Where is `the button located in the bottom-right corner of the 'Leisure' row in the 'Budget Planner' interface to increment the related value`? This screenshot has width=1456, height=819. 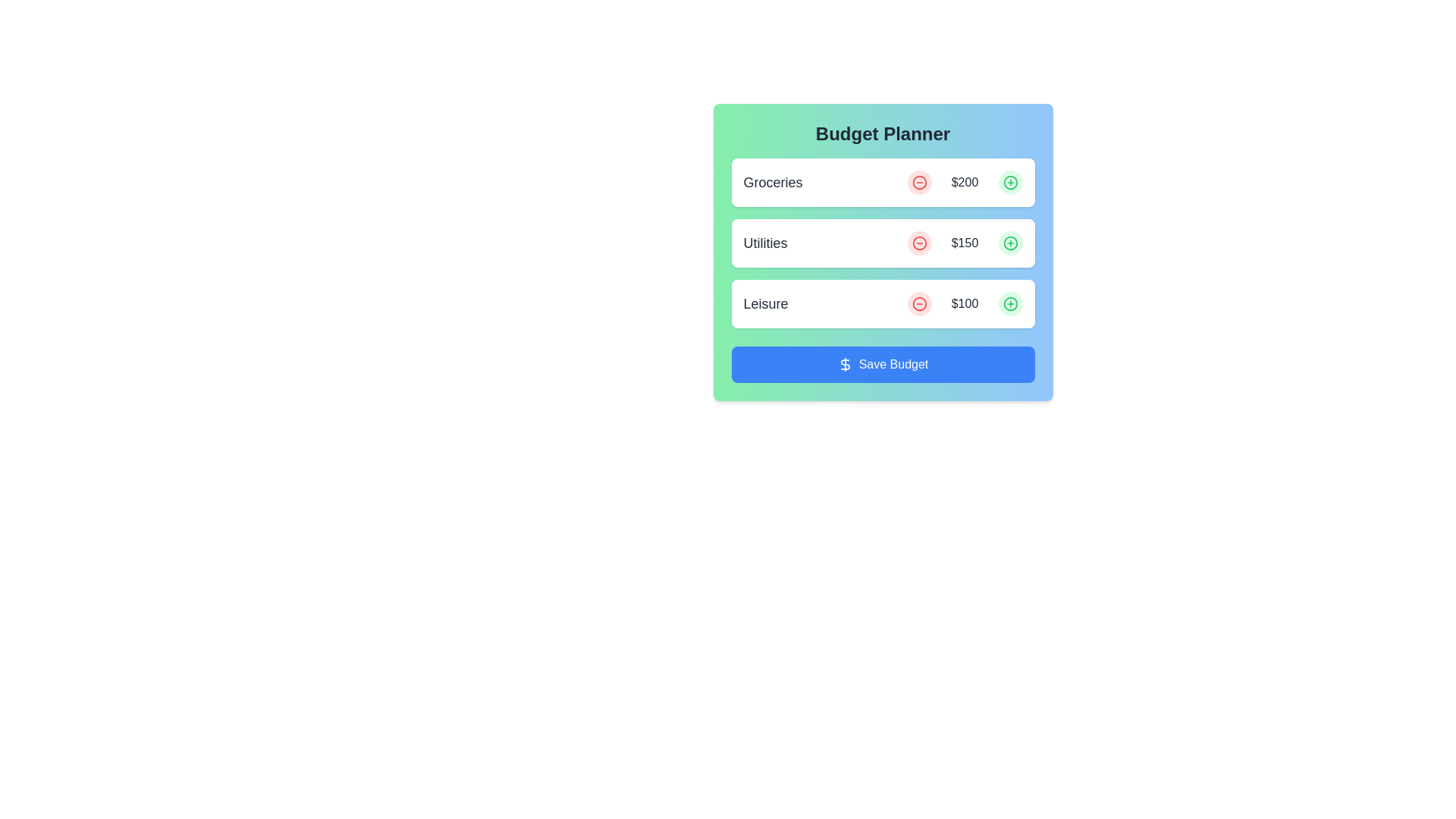
the button located in the bottom-right corner of the 'Leisure' row in the 'Budget Planner' interface to increment the related value is located at coordinates (1010, 304).